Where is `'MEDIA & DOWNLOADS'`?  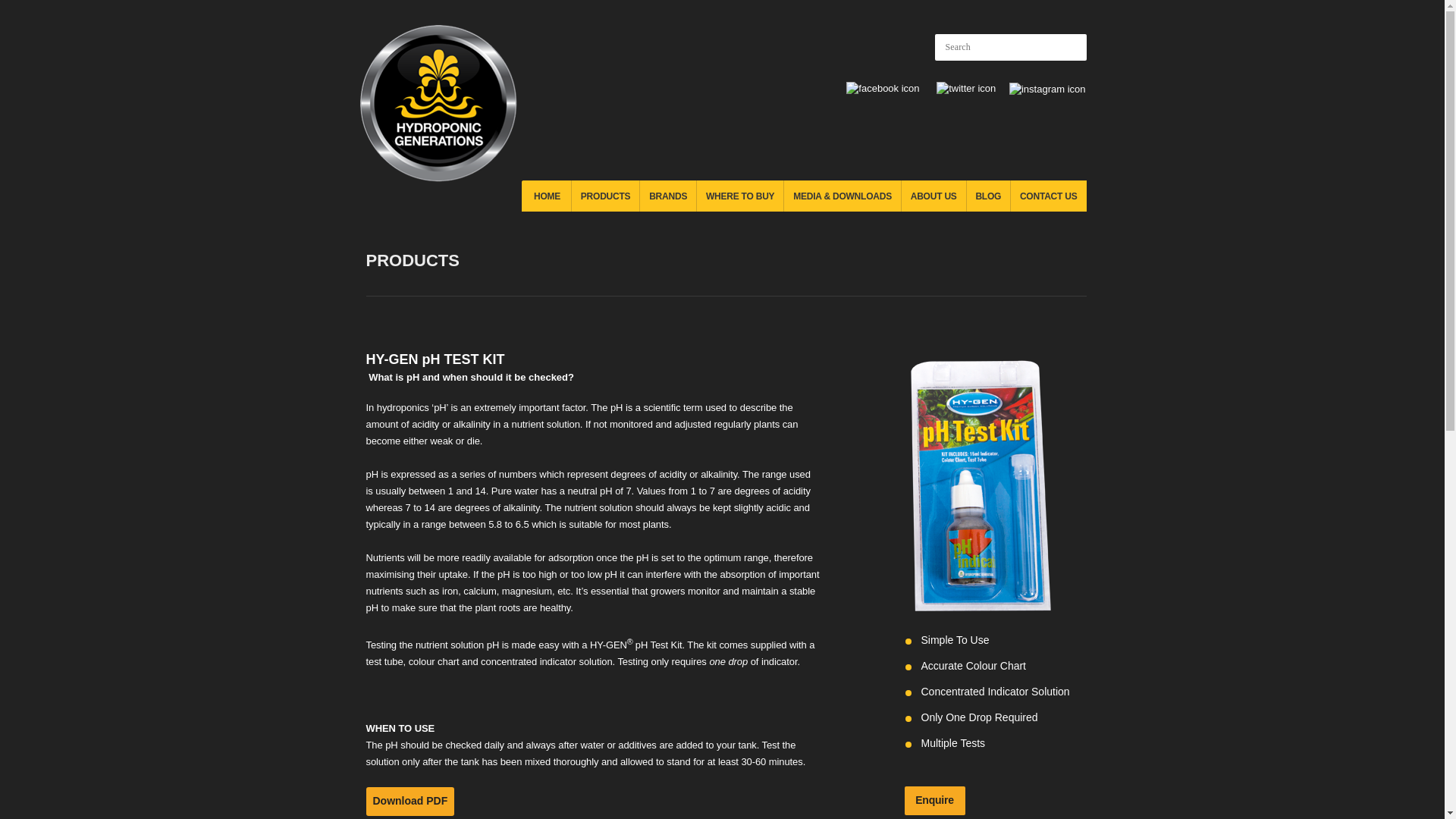 'MEDIA & DOWNLOADS' is located at coordinates (841, 195).